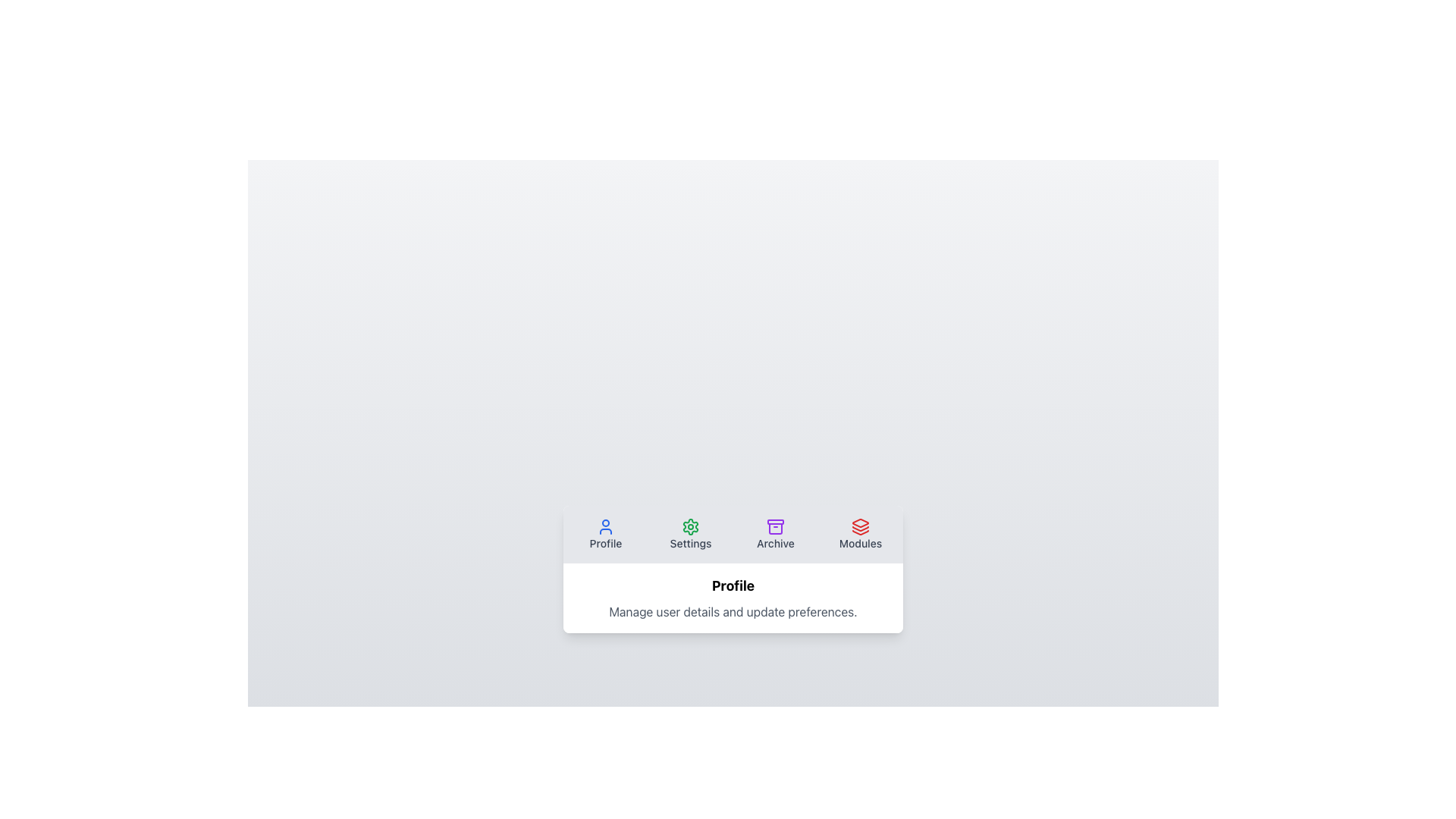 The image size is (1456, 819). What do you see at coordinates (690, 543) in the screenshot?
I see `the 'Settings' text label, which is styled in a dark color and located below the settings icon` at bounding box center [690, 543].